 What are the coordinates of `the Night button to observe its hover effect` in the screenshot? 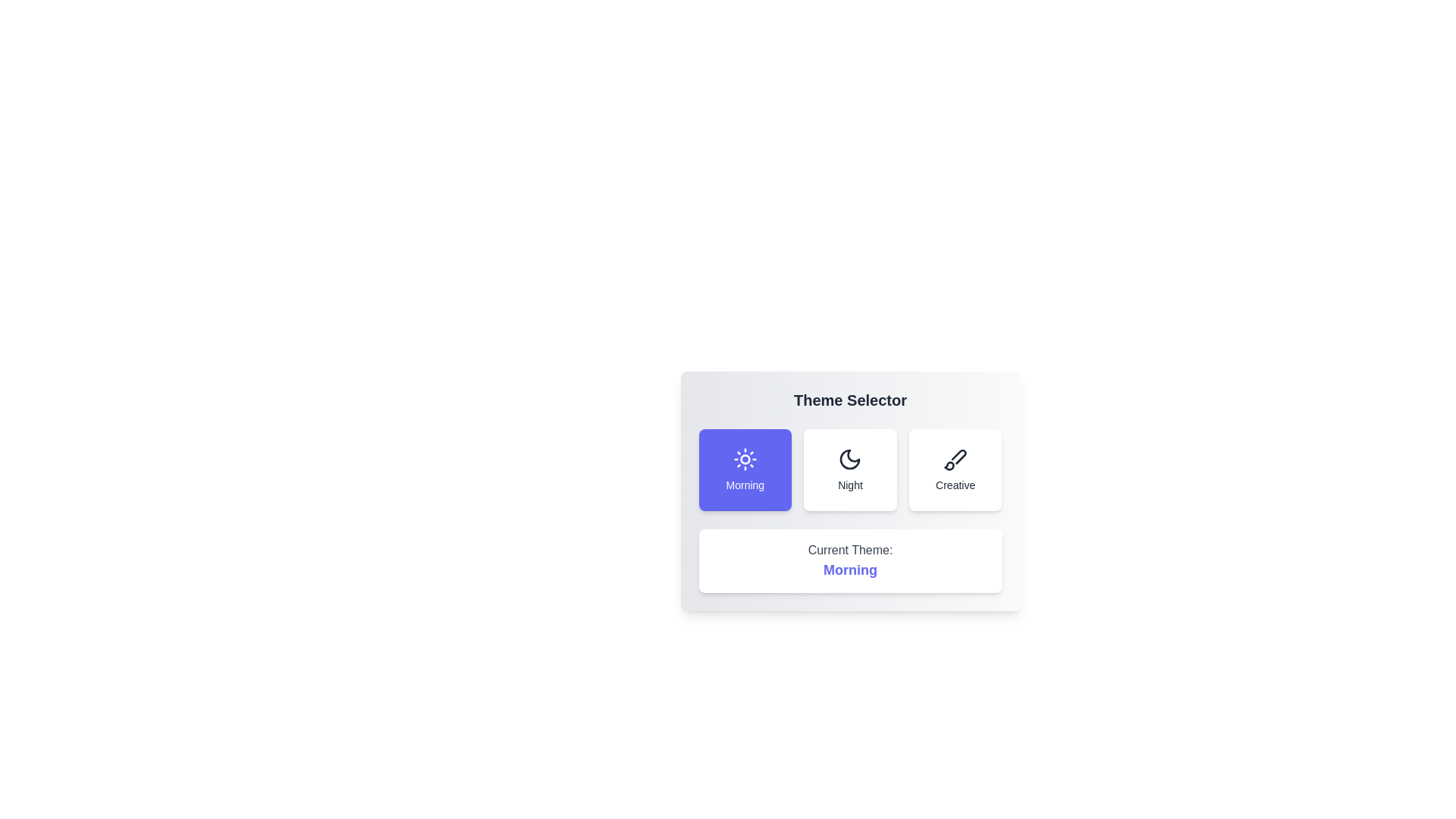 It's located at (850, 469).